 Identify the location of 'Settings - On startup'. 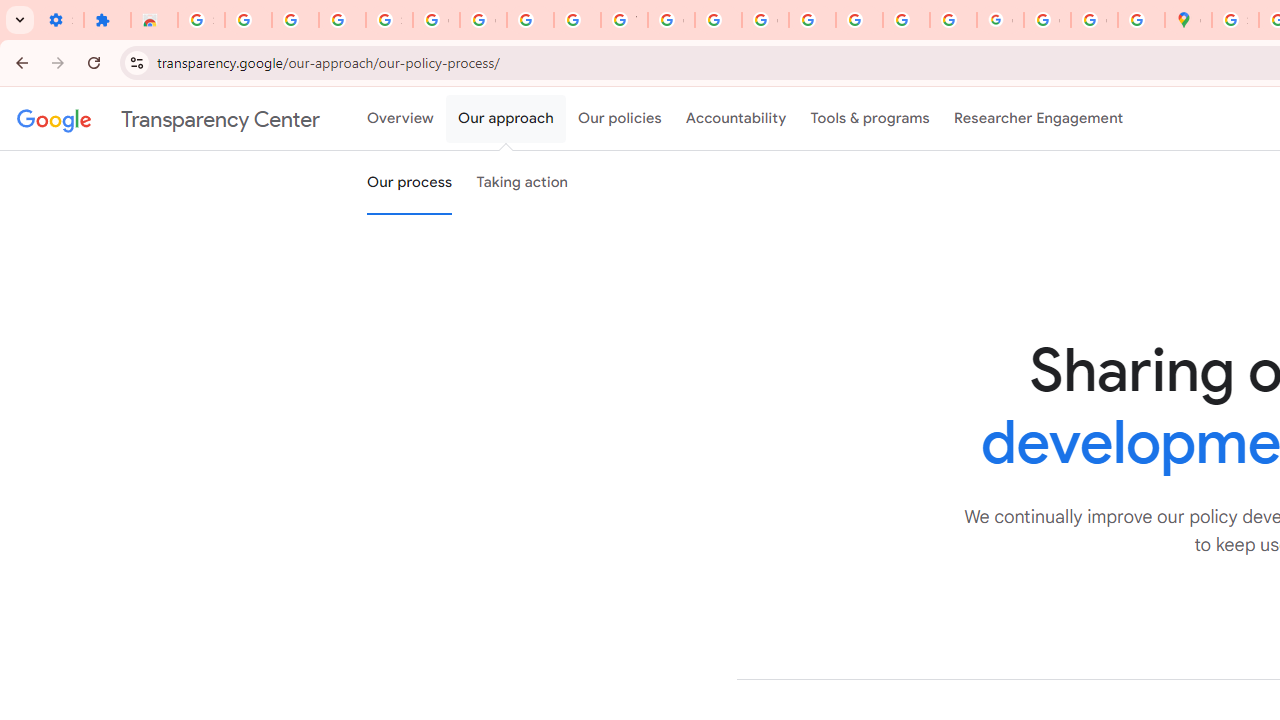
(60, 20).